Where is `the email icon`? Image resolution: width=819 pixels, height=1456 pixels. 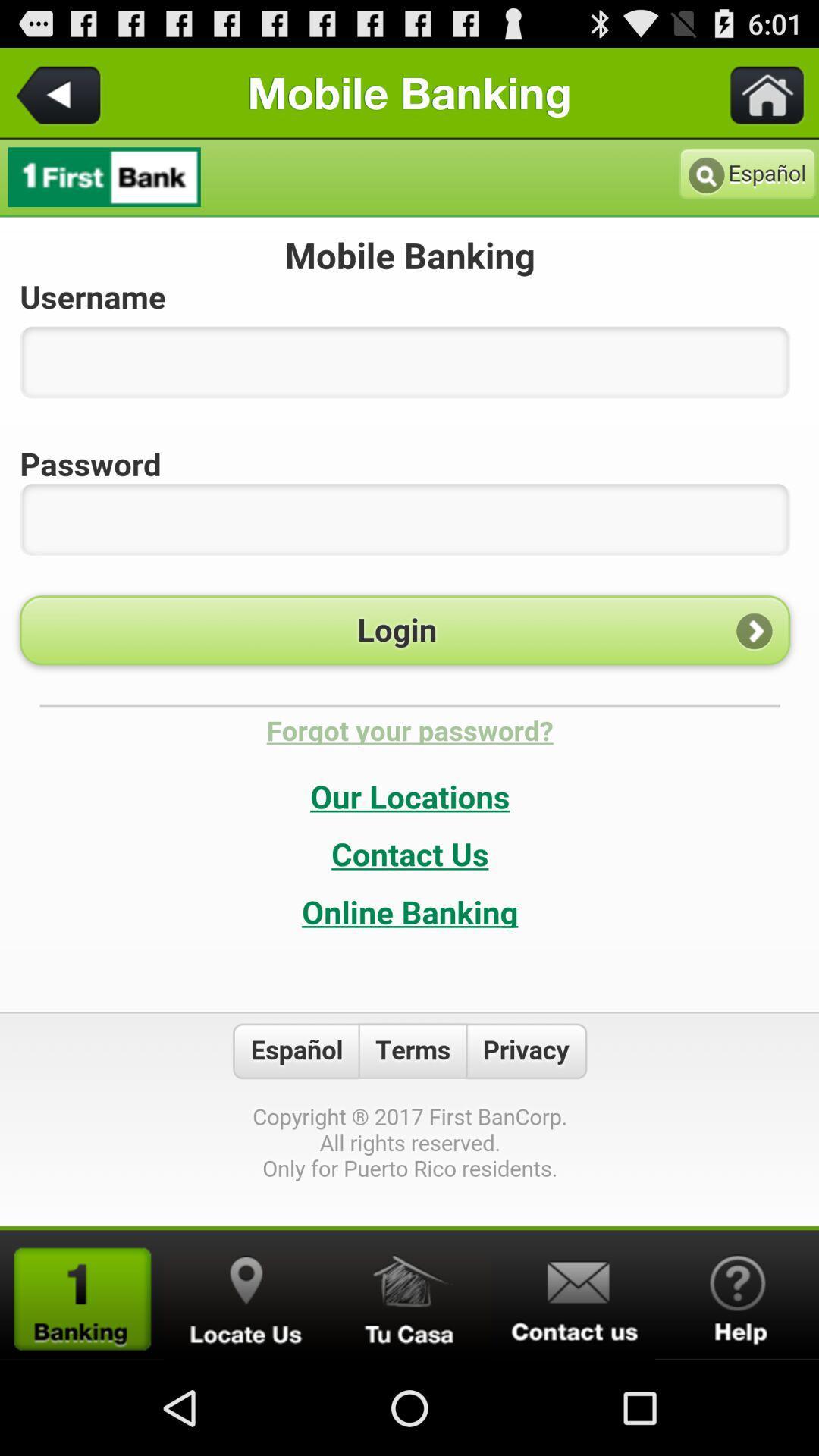 the email icon is located at coordinates (573, 1386).